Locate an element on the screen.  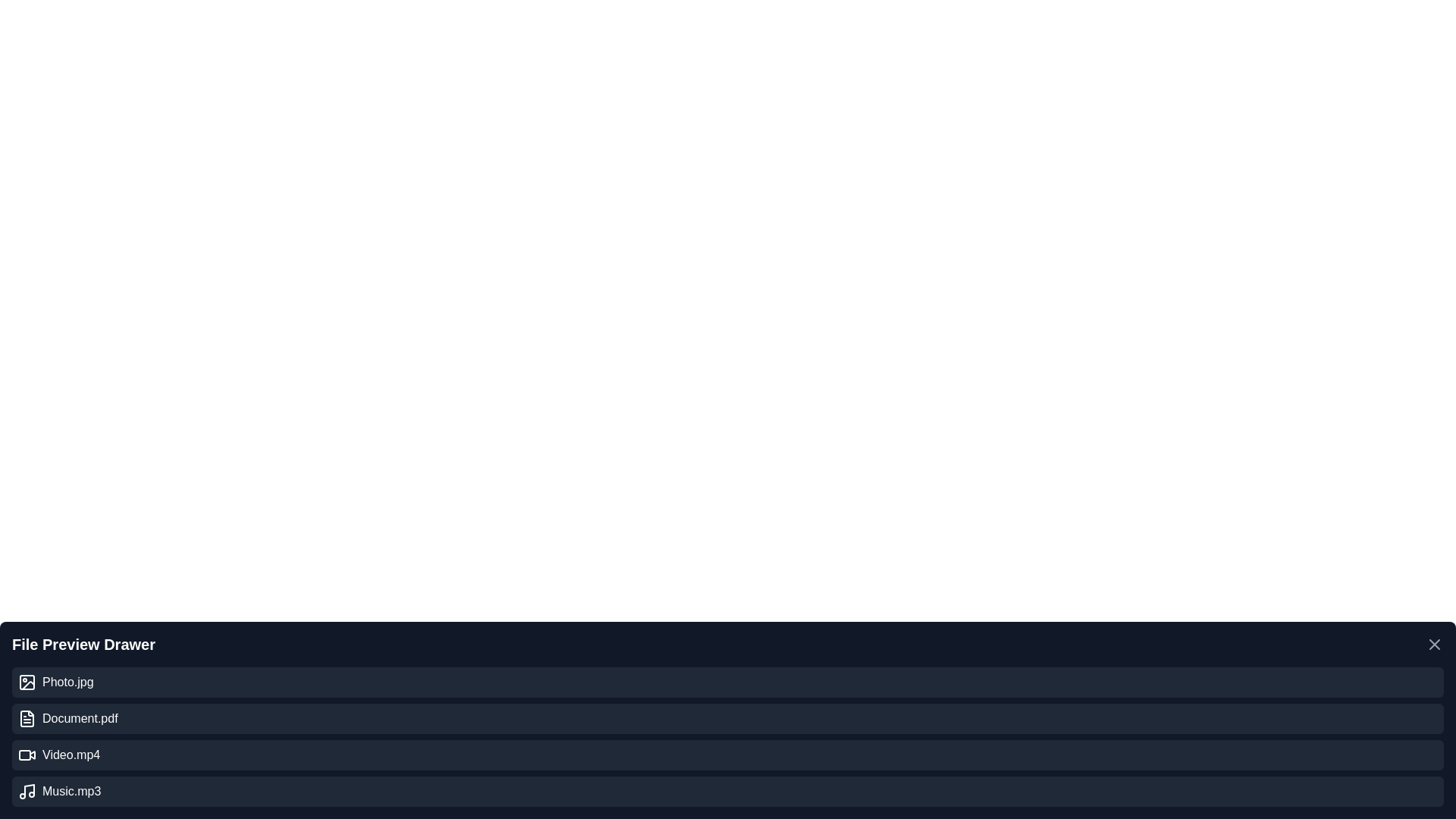
the right-side triangular play button icon of the media player symbol located near the text 'Video.mp4' in the file preview drawer is located at coordinates (33, 755).